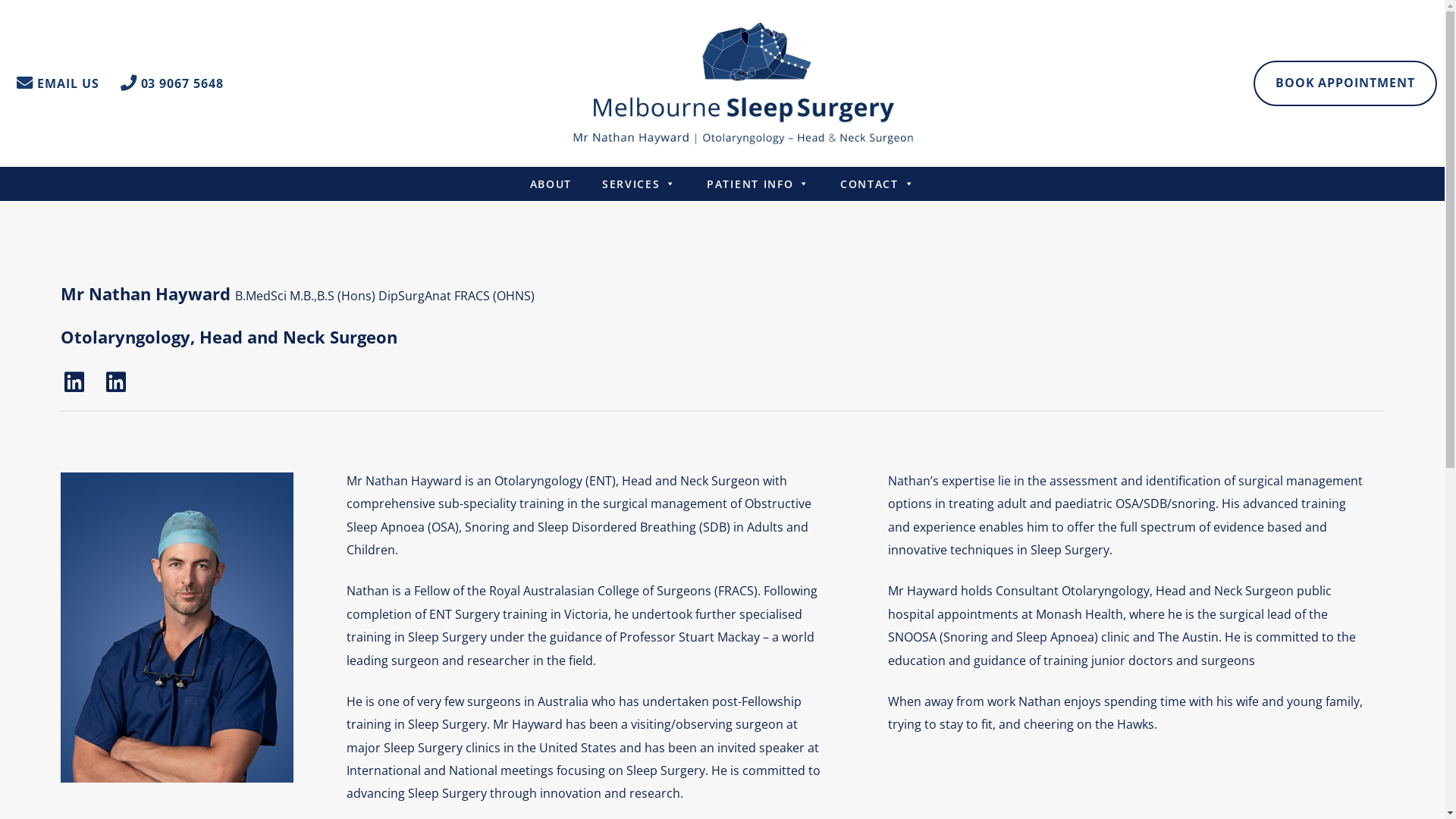 The image size is (1456, 819). Describe the element at coordinates (73, 381) in the screenshot. I see `'LinkedIn'` at that location.